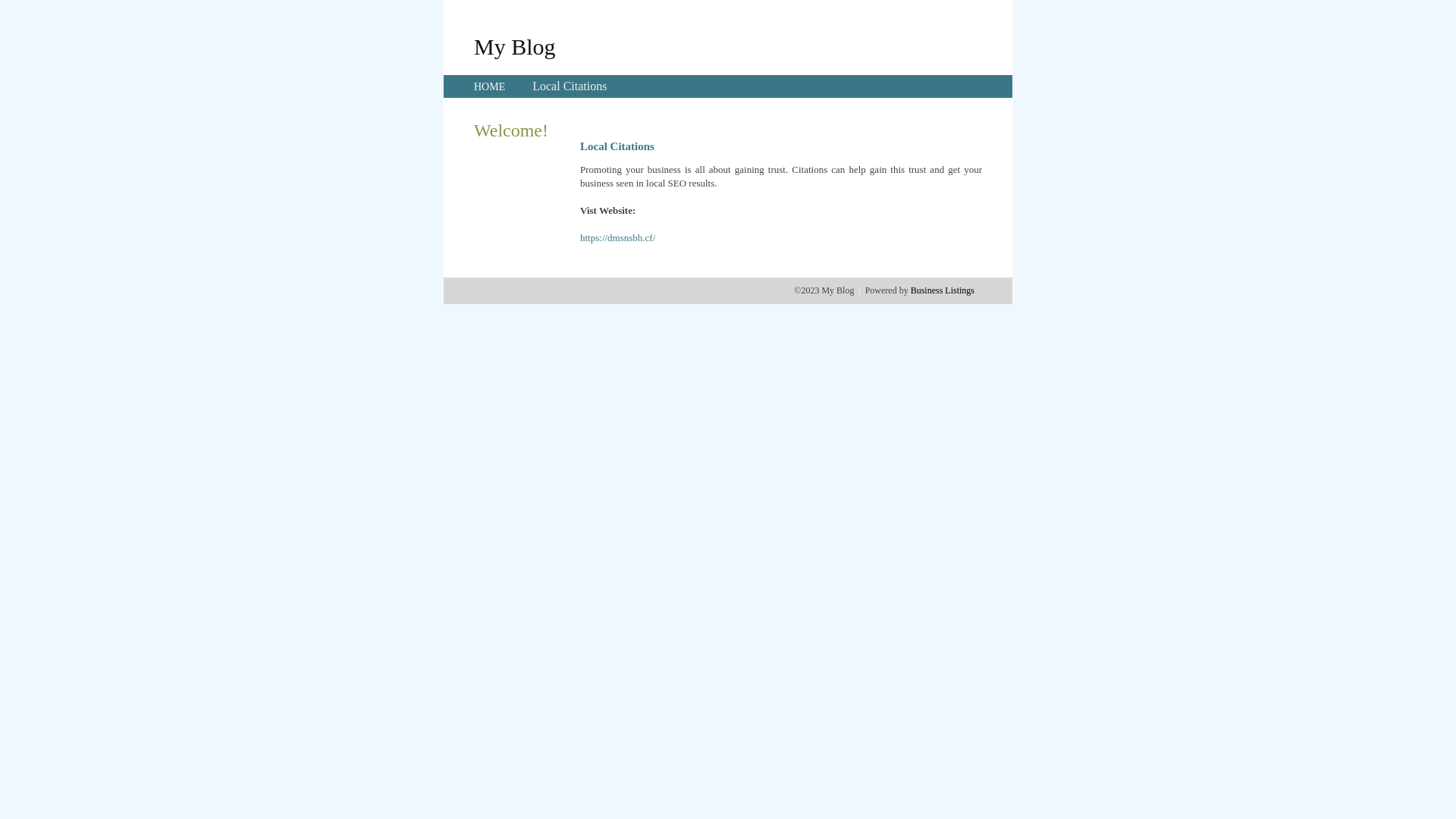 The width and height of the screenshot is (1456, 819). Describe the element at coordinates (532, 86) in the screenshot. I see `'Local Citations'` at that location.